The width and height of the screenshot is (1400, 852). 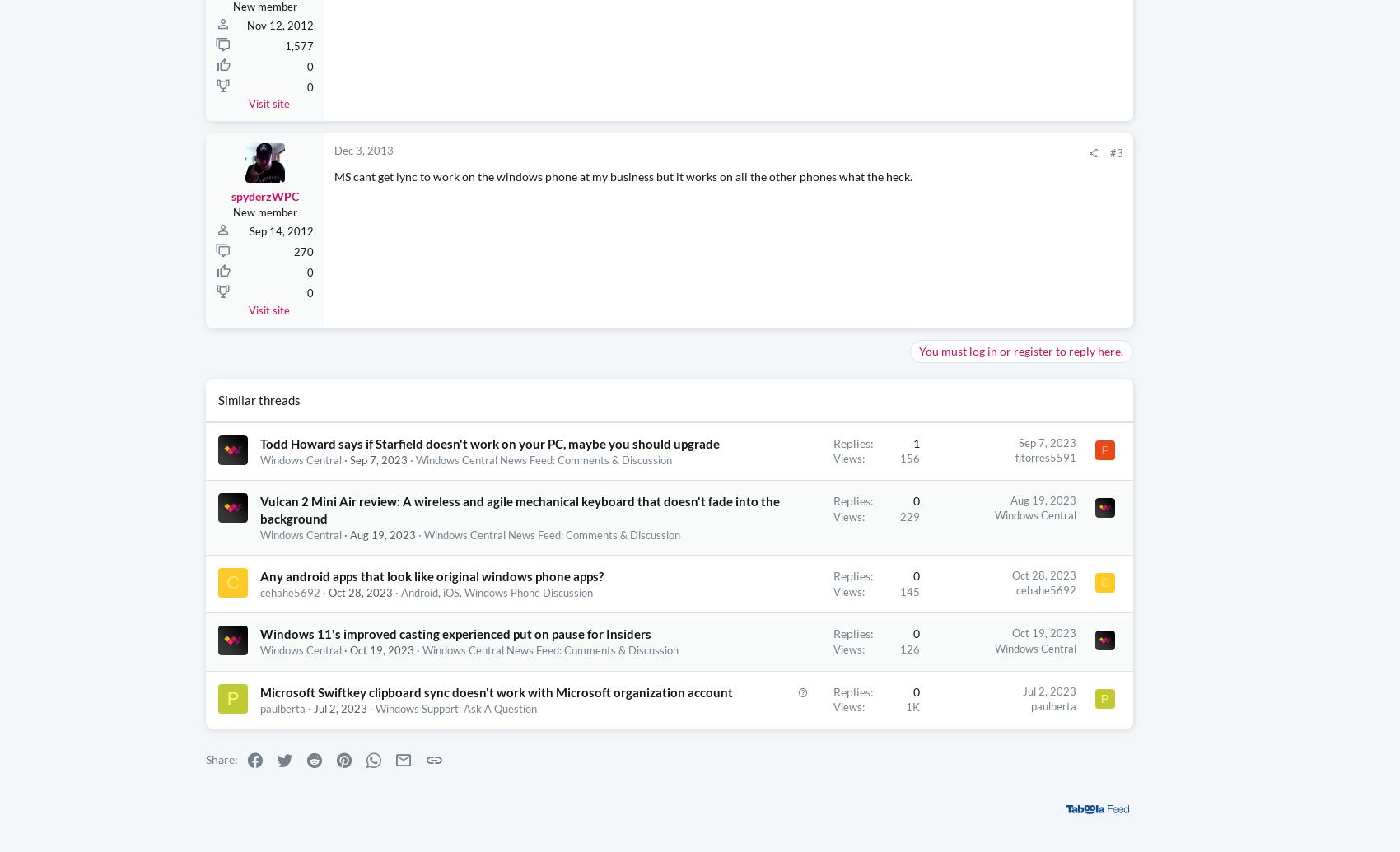 I want to click on 'Razer is practically giving this behemoth of a gaming laptop away by shaving off $1000 and giving you a FREE $200 gift card', so click(x=1079, y=598).